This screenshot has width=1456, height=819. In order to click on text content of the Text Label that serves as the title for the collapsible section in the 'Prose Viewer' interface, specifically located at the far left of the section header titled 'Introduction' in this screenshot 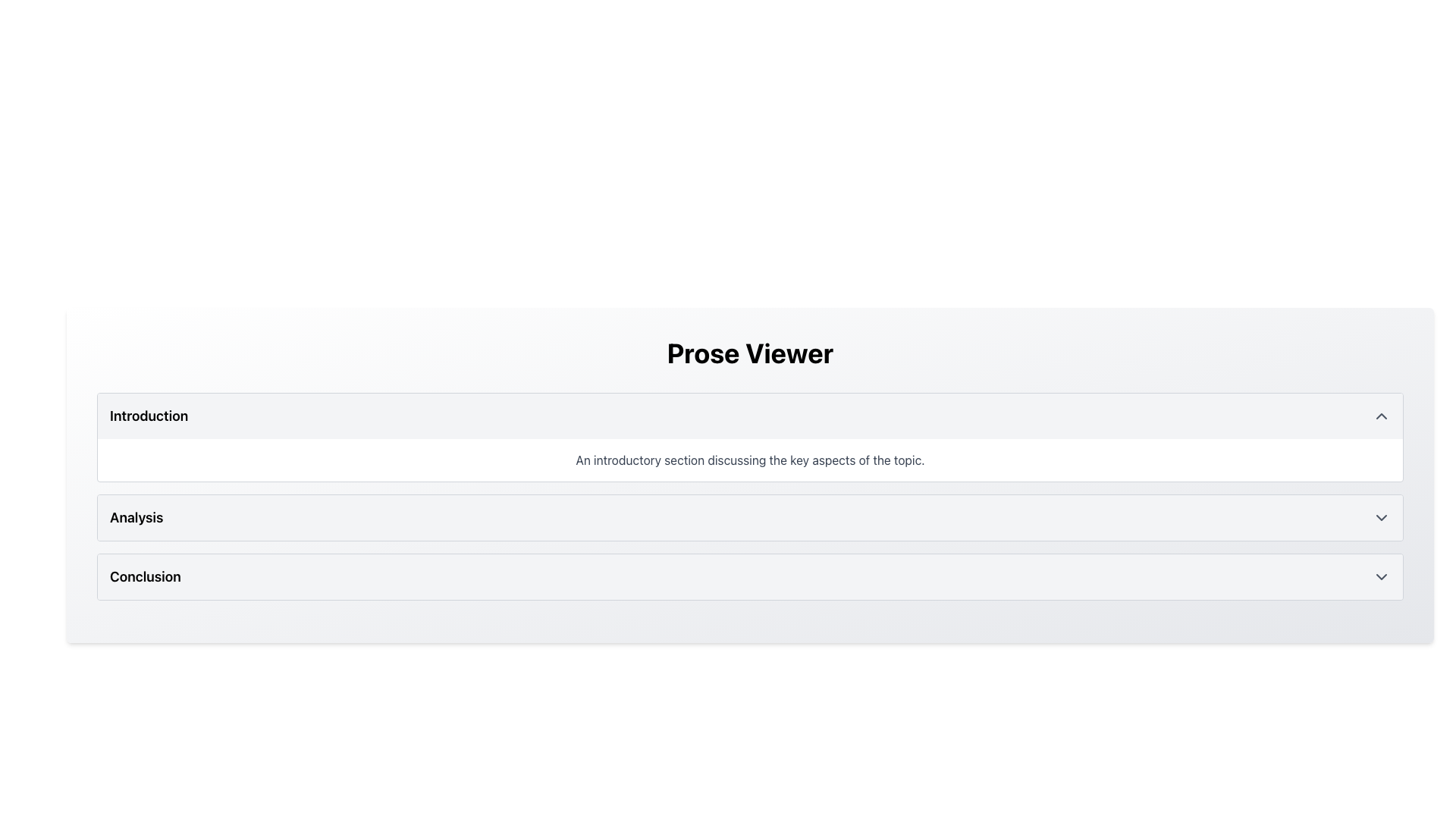, I will do `click(149, 416)`.